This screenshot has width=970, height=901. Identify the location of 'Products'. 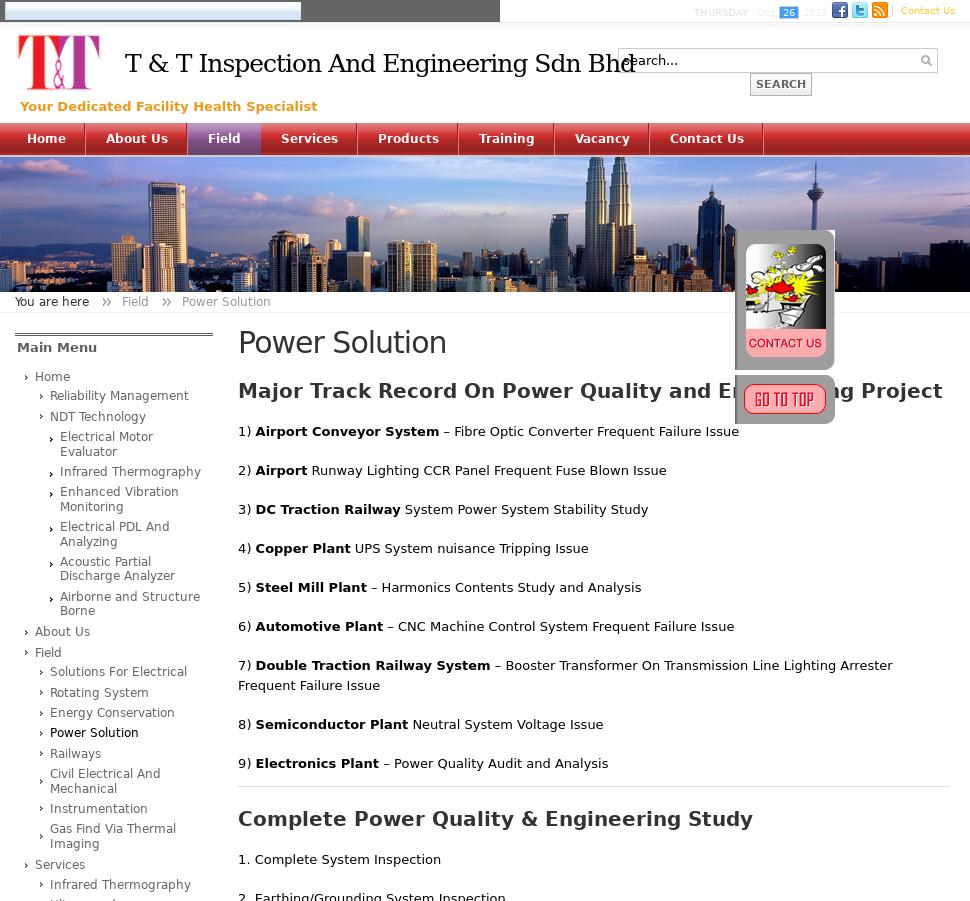
(408, 139).